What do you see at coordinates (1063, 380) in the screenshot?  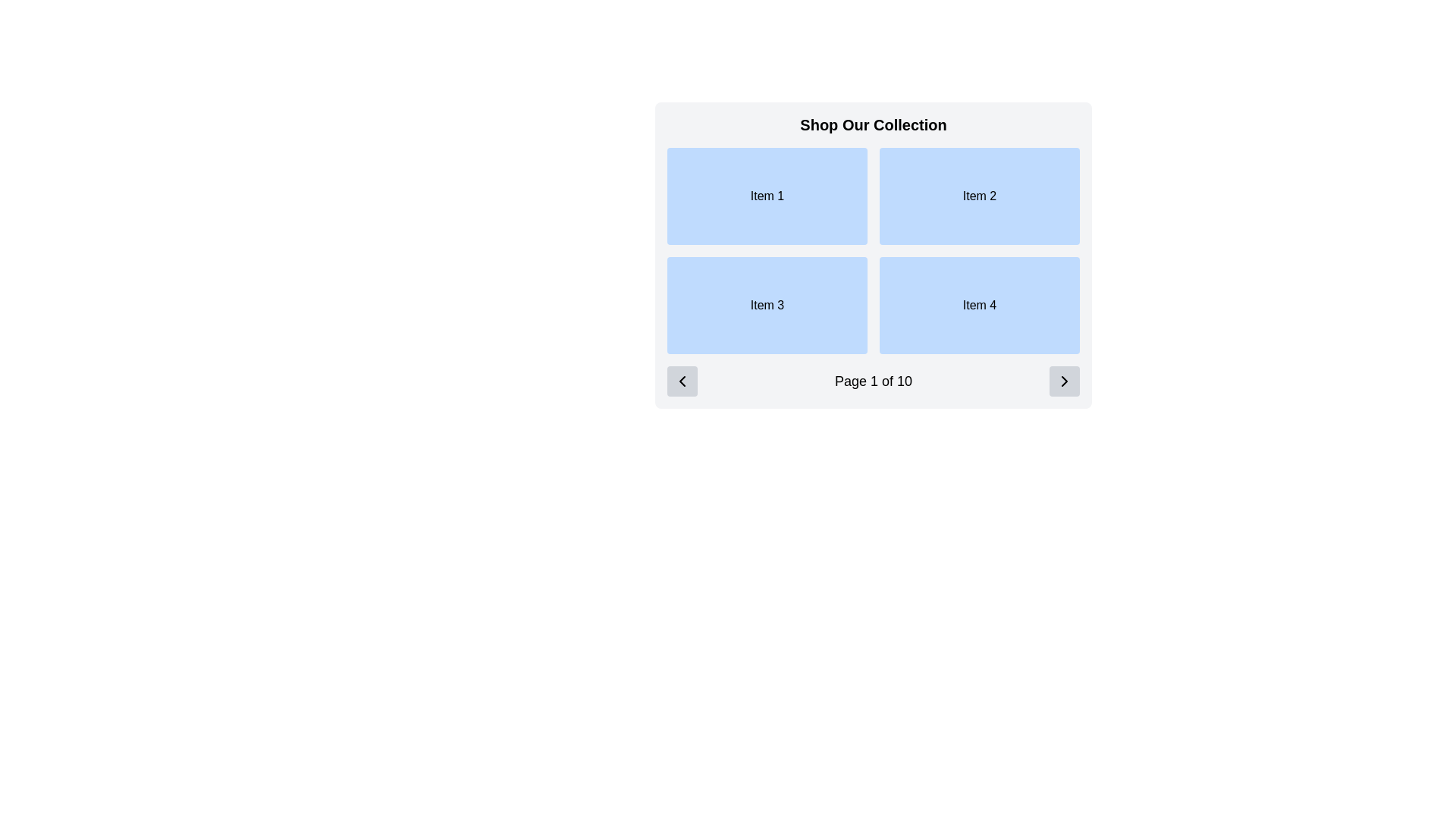 I see `the pagination button located at the far-right side of the section that reads 'Page 1 of 10' for keyboard interaction` at bounding box center [1063, 380].